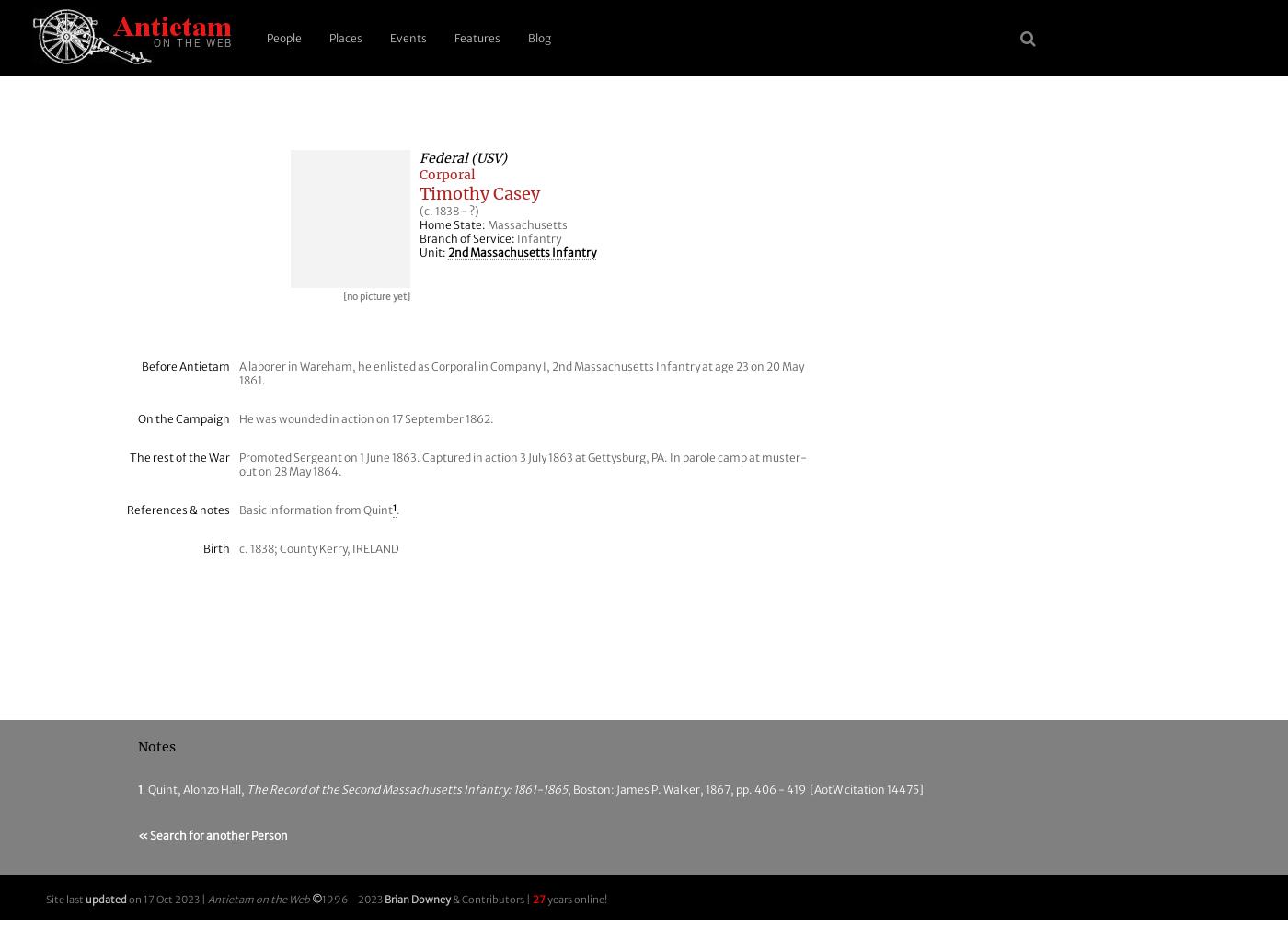  Describe the element at coordinates (528, 37) in the screenshot. I see `'Blog'` at that location.